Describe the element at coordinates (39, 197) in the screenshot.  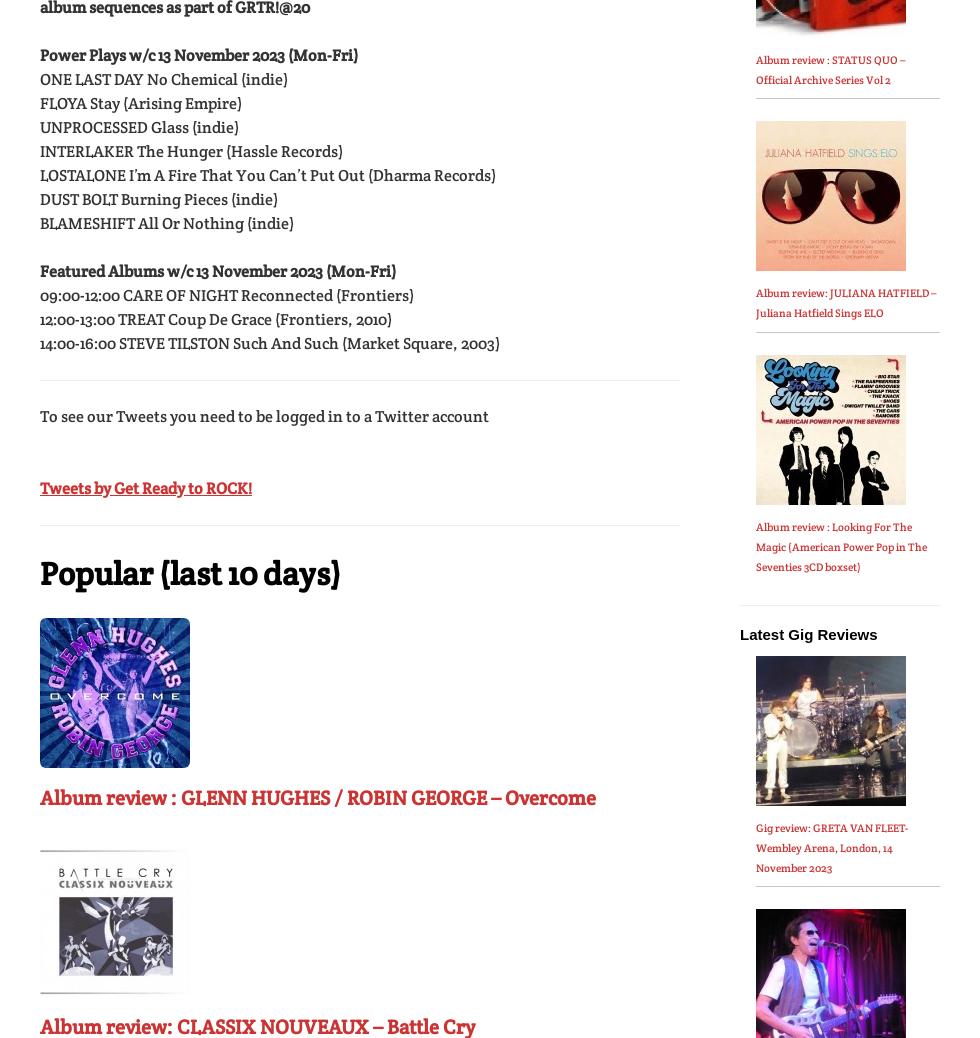
I see `'DUST BOLT Burning Pieces (indie)'` at that location.